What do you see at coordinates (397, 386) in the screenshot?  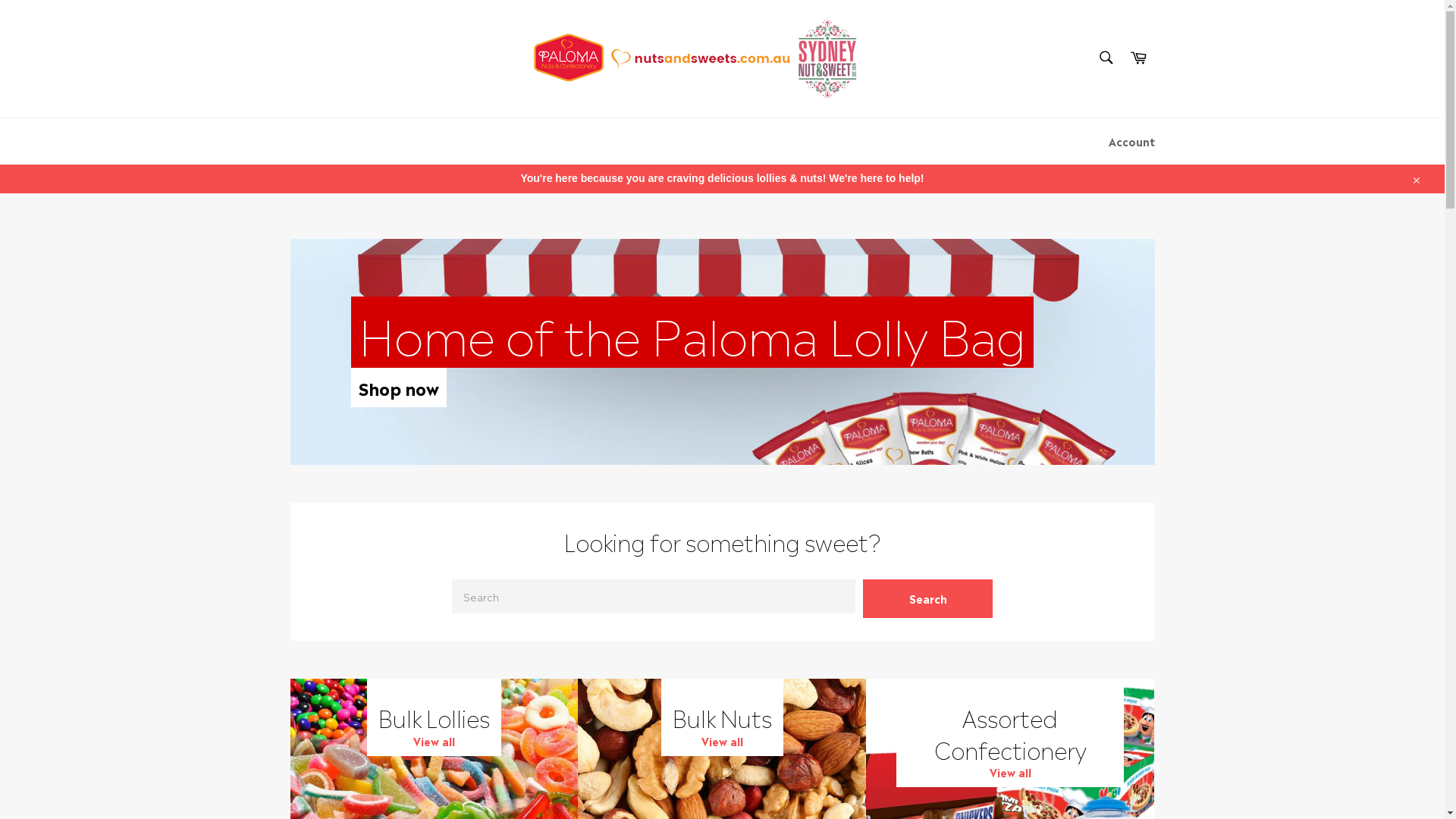 I see `'Shop now'` at bounding box center [397, 386].